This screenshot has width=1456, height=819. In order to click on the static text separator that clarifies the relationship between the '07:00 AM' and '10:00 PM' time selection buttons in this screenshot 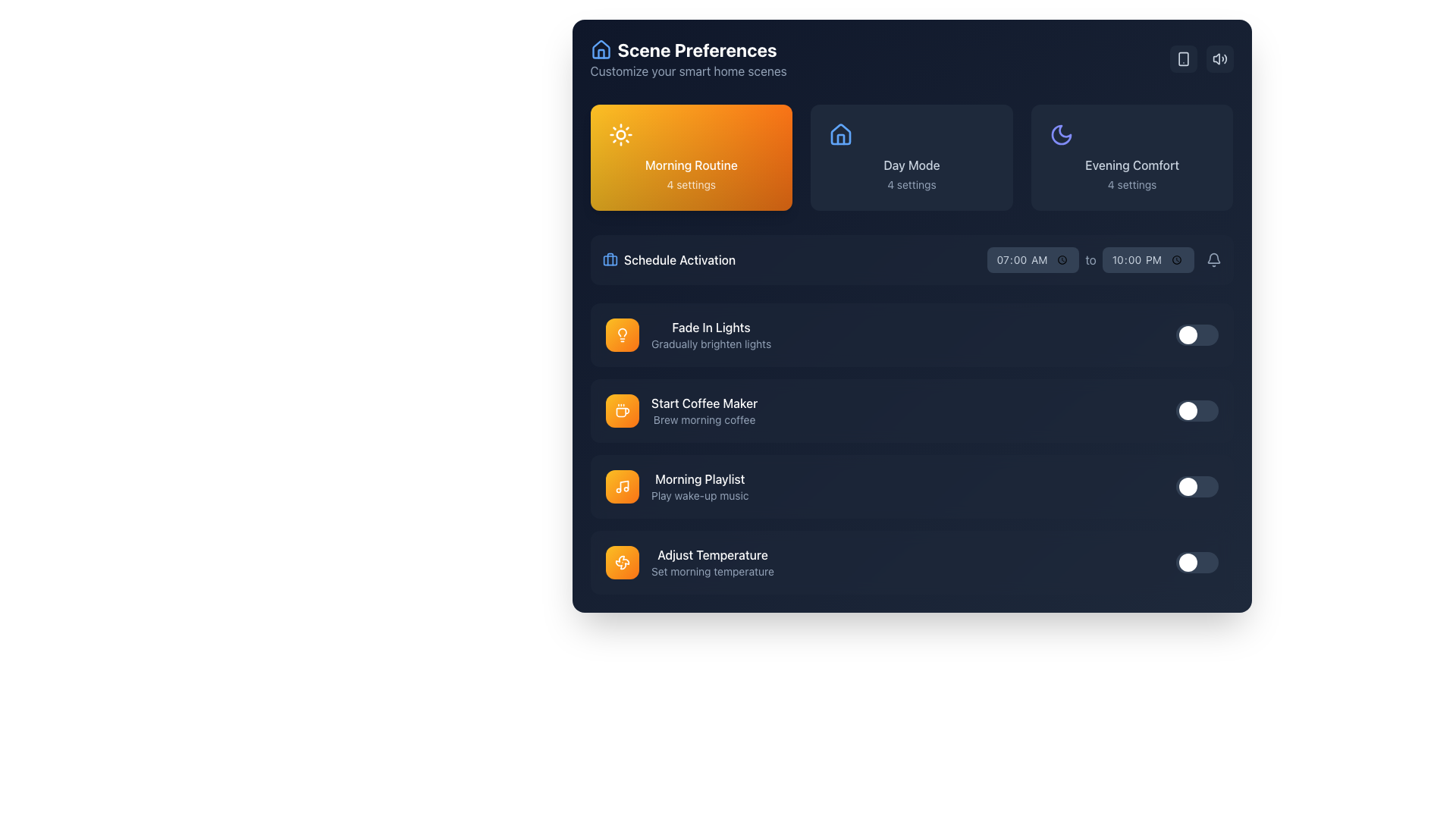, I will do `click(1090, 259)`.